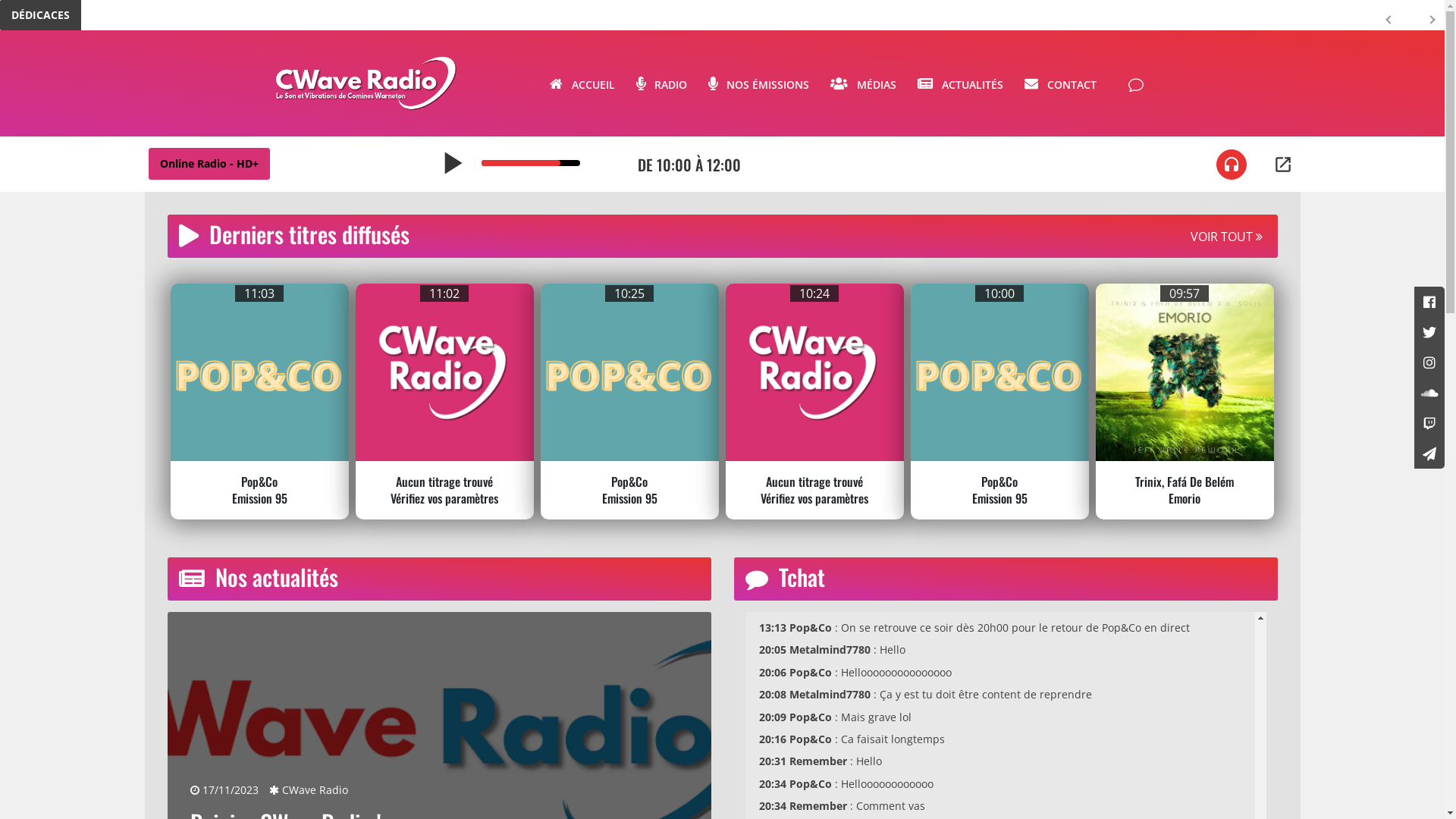 The height and width of the screenshot is (819, 1456). I want to click on '  ACCUEIL', so click(581, 83).